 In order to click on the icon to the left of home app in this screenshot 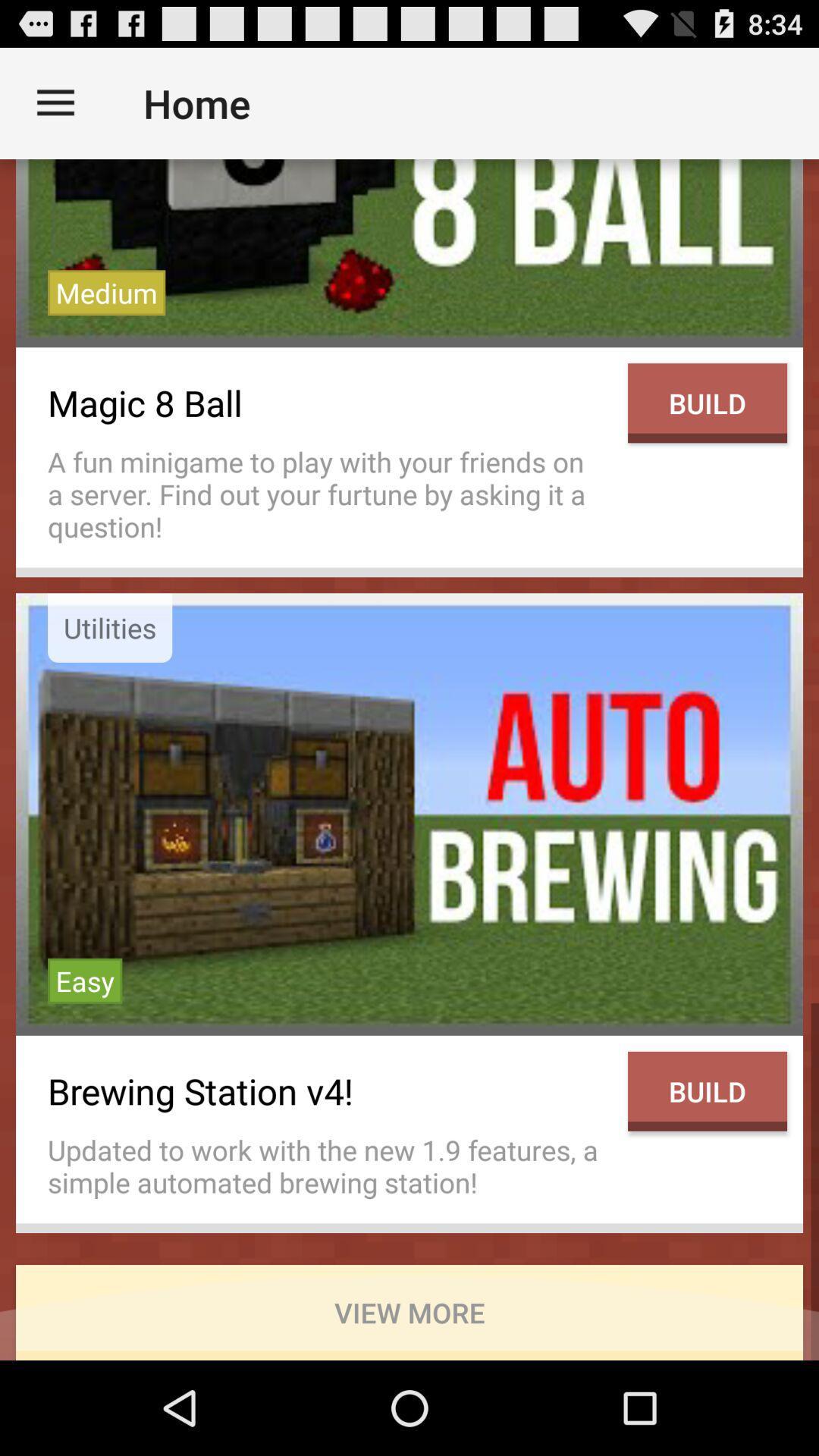, I will do `click(55, 102)`.